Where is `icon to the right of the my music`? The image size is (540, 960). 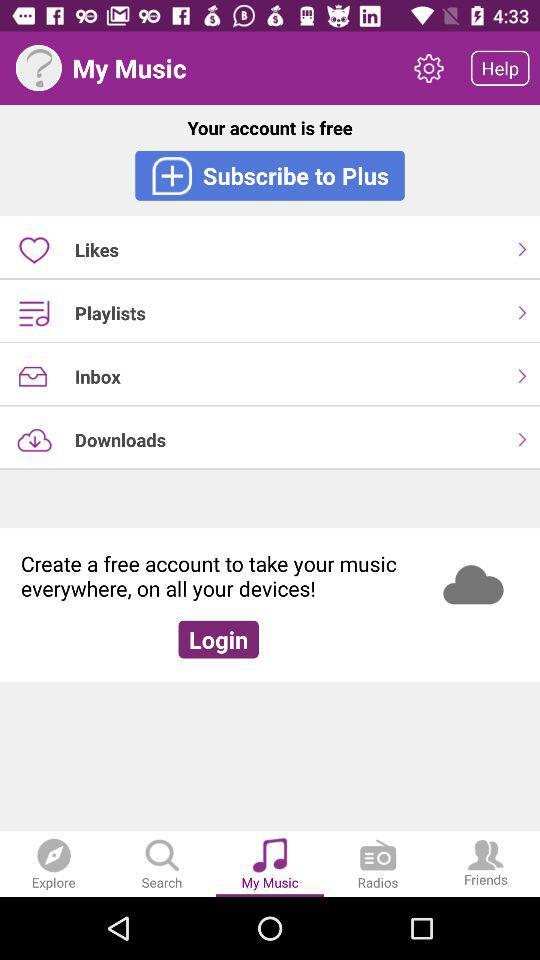 icon to the right of the my music is located at coordinates (427, 68).